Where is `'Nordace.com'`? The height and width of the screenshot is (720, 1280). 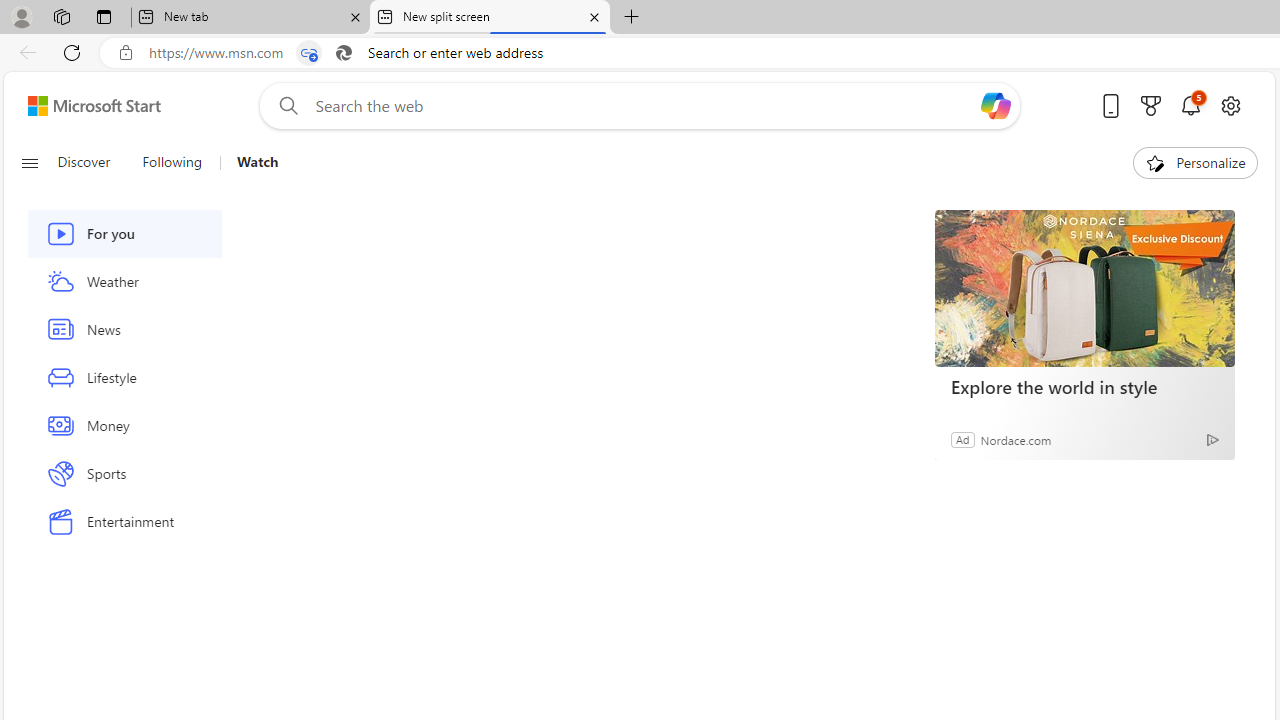
'Nordace.com' is located at coordinates (1016, 438).